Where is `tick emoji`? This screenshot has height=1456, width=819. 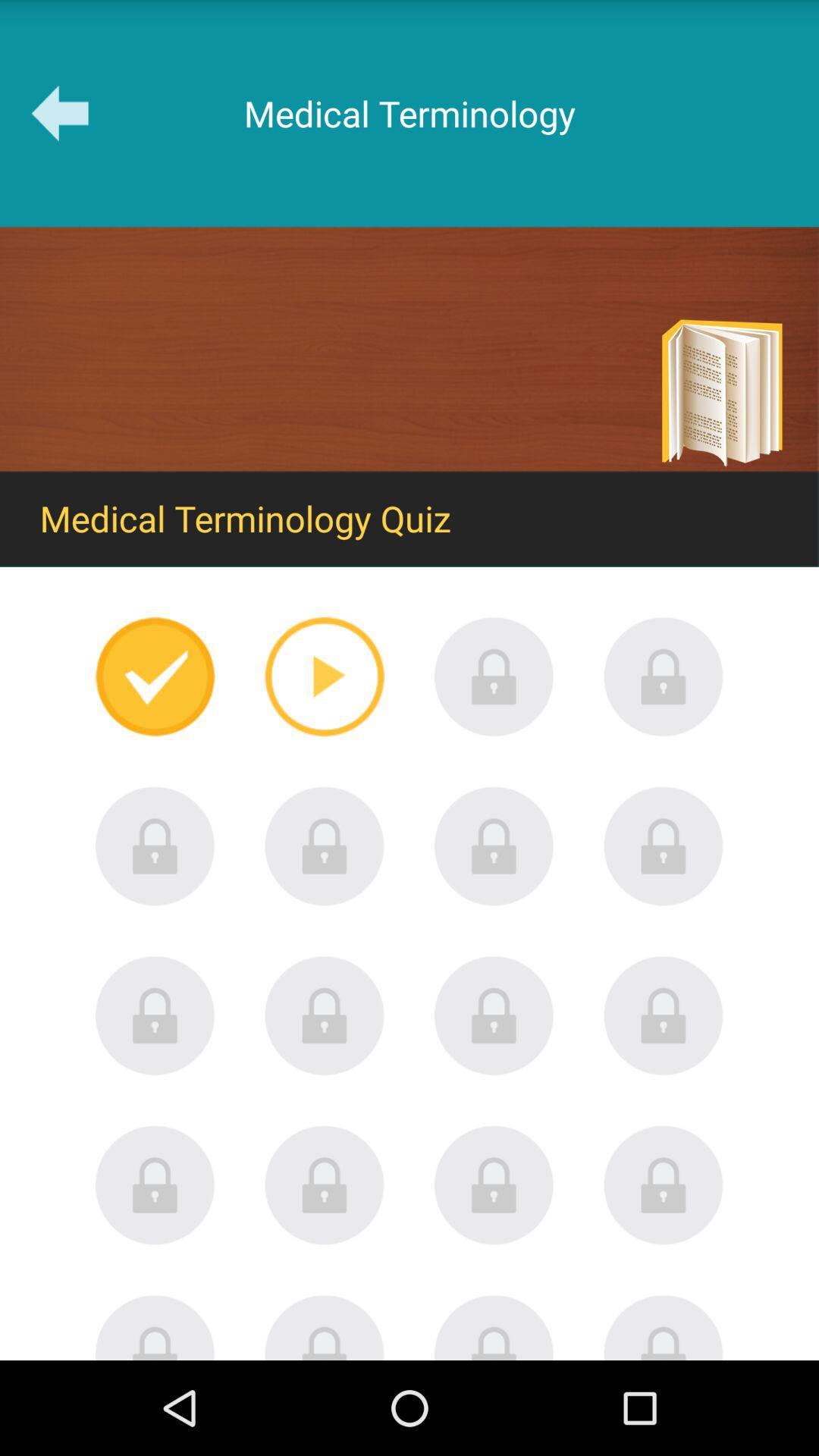 tick emoji is located at coordinates (155, 676).